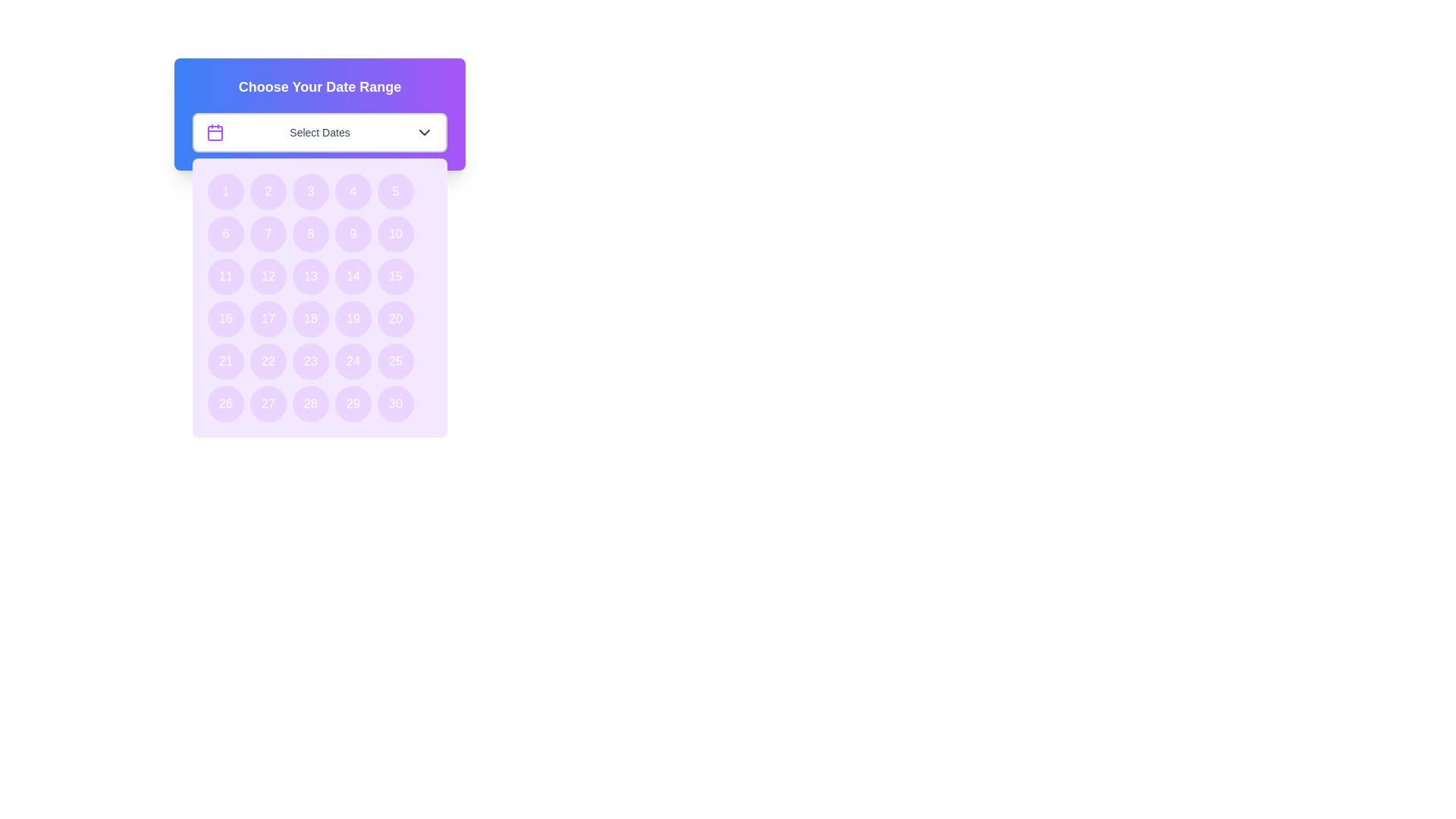 The image size is (1456, 819). What do you see at coordinates (224, 318) in the screenshot?
I see `the button representing the date 16 in the calendar grid located in the fourth row and first column of the dropdown modal labeled 'Choose Your Date Range'` at bounding box center [224, 318].